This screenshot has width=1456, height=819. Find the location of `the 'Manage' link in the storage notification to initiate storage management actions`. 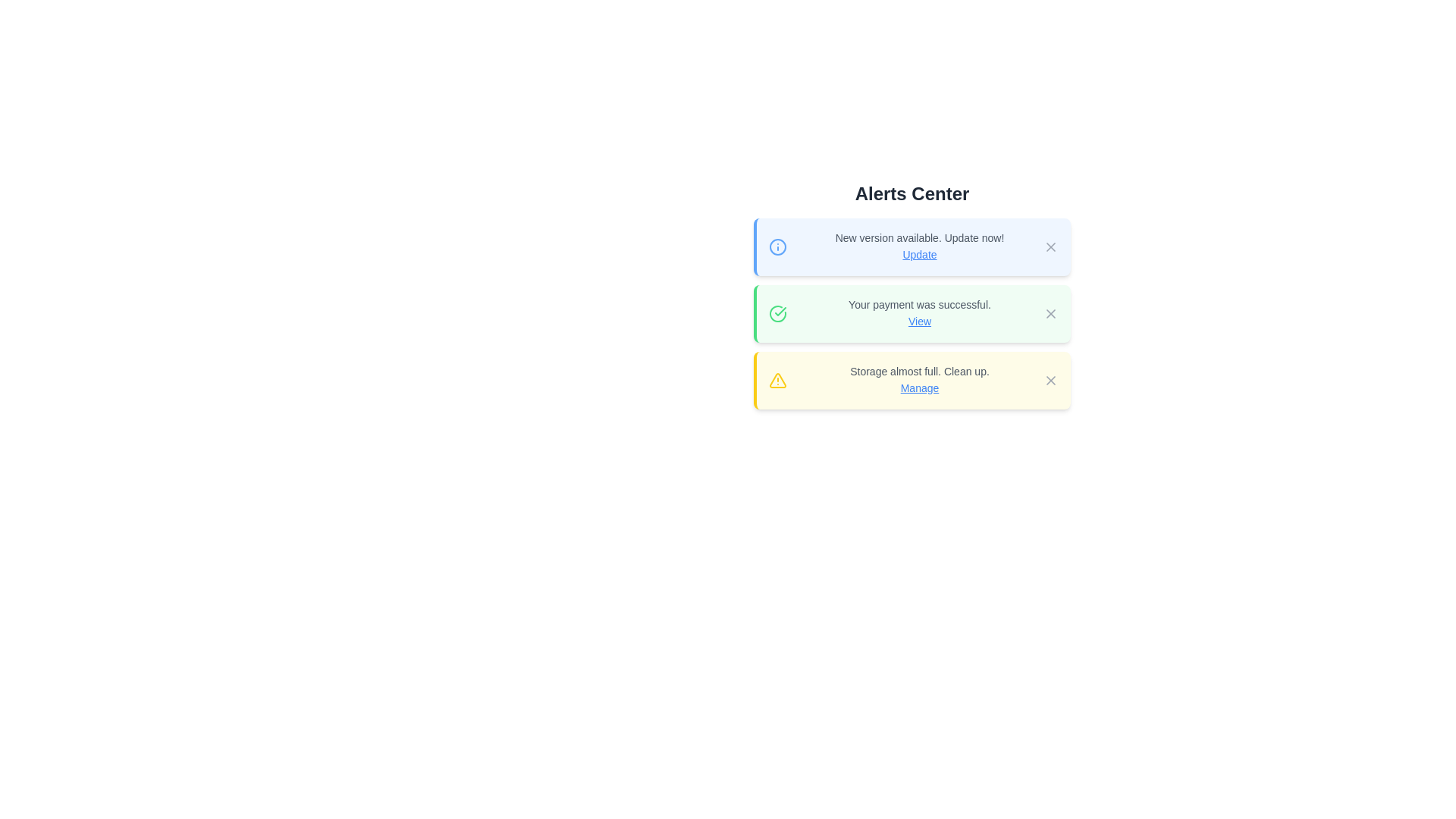

the 'Manage' link in the storage notification to initiate storage management actions is located at coordinates (912, 379).